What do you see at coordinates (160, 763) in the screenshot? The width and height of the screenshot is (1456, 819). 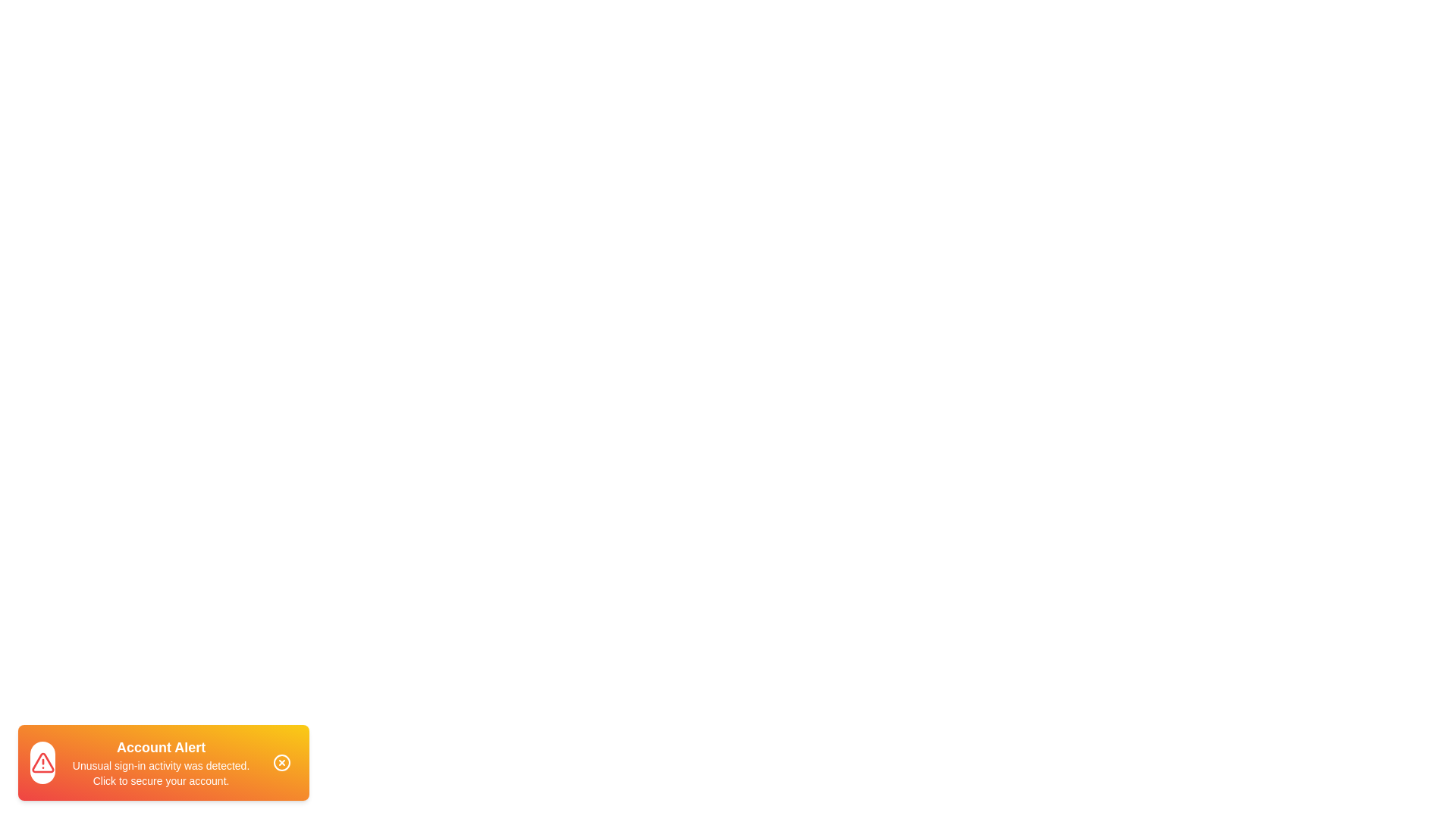 I see `the 'Click to secure your account' text area or button to proceed with securing the account` at bounding box center [160, 763].